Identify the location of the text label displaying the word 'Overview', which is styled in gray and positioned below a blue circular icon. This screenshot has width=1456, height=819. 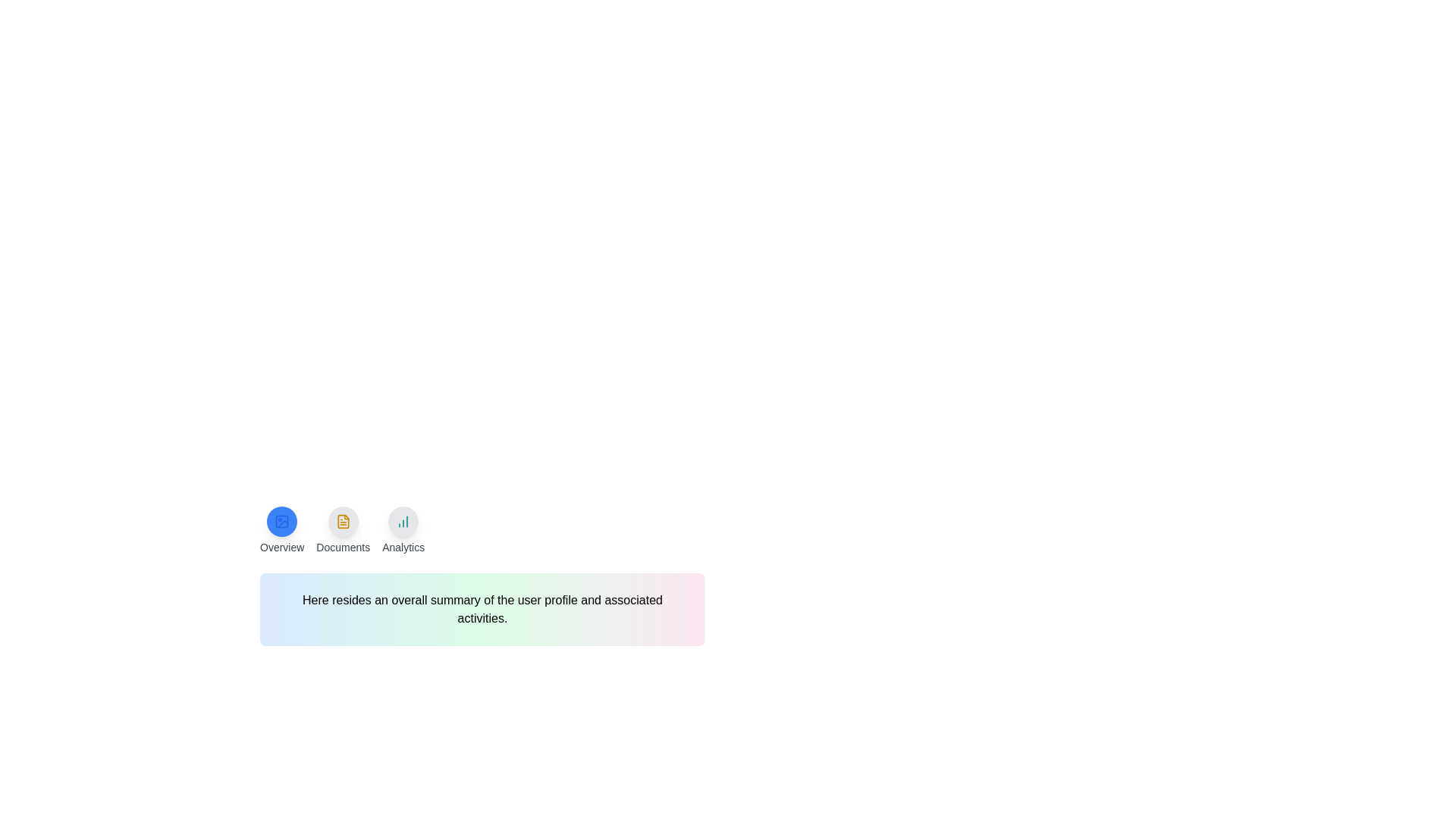
(282, 547).